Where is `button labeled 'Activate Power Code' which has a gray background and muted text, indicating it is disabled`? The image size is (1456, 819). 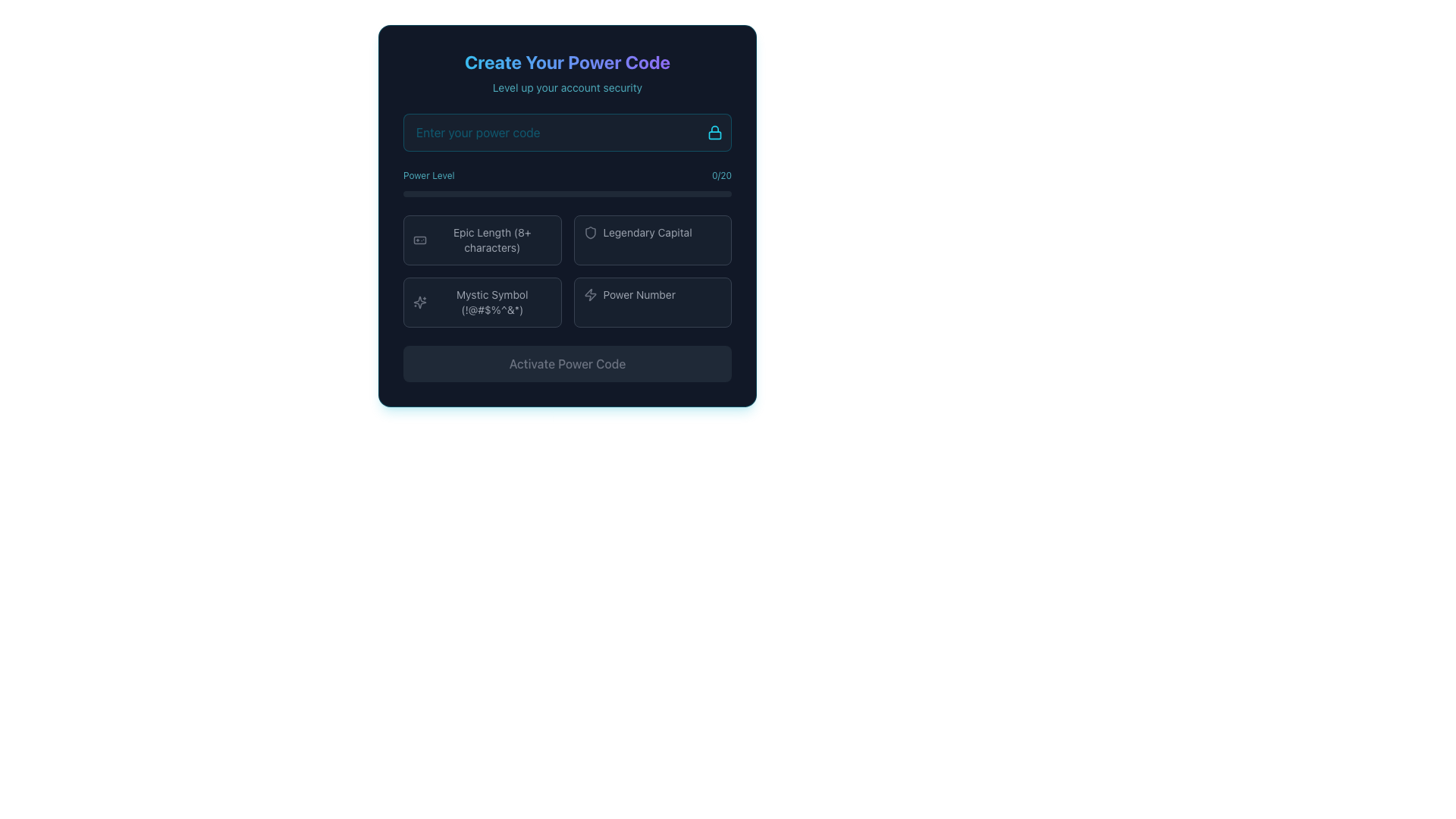 button labeled 'Activate Power Code' which has a gray background and muted text, indicating it is disabled is located at coordinates (566, 363).